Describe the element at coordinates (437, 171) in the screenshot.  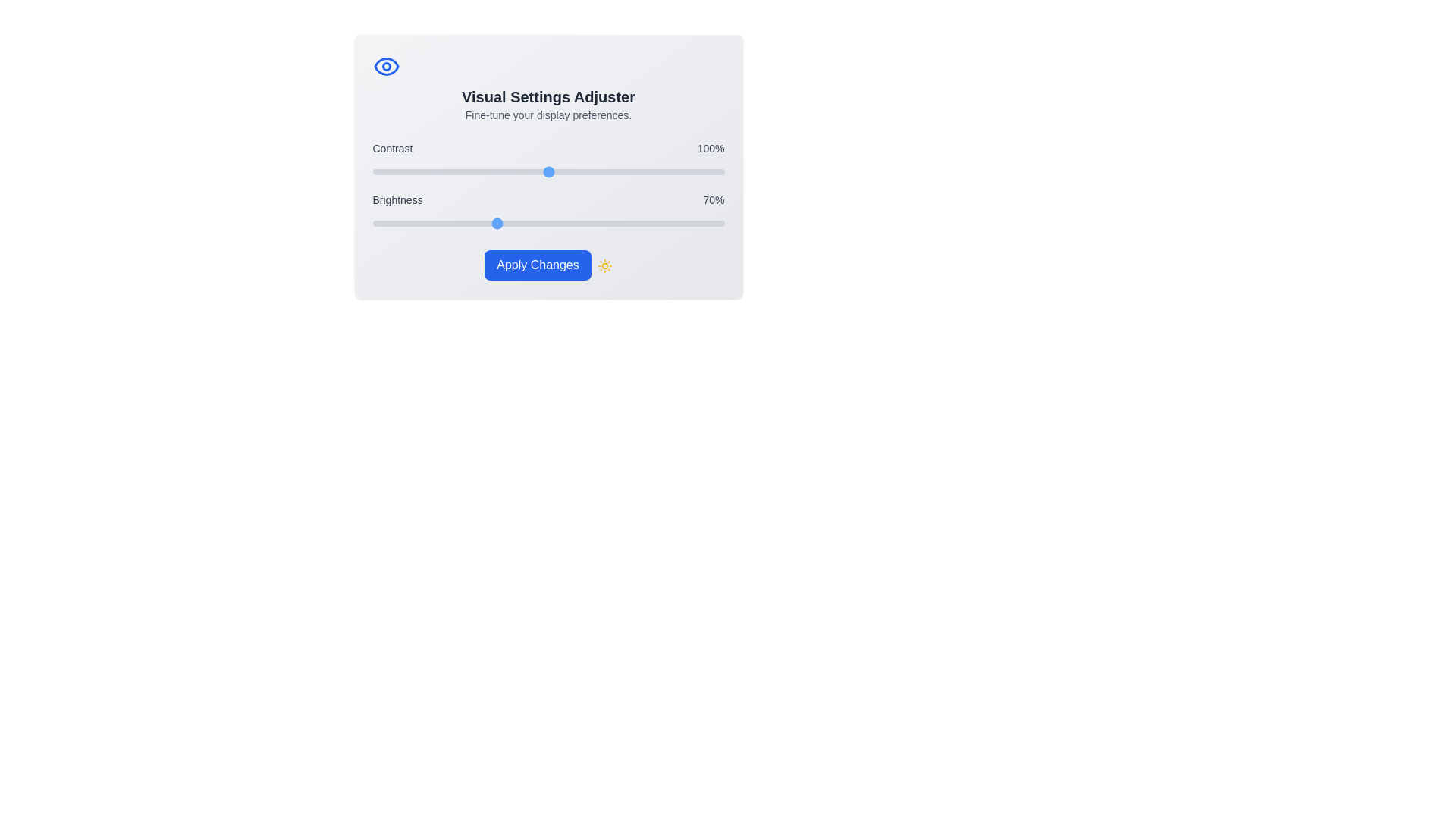
I see `the 'Contrast' slider to 37% by dragging the slider to the corresponding position` at that location.